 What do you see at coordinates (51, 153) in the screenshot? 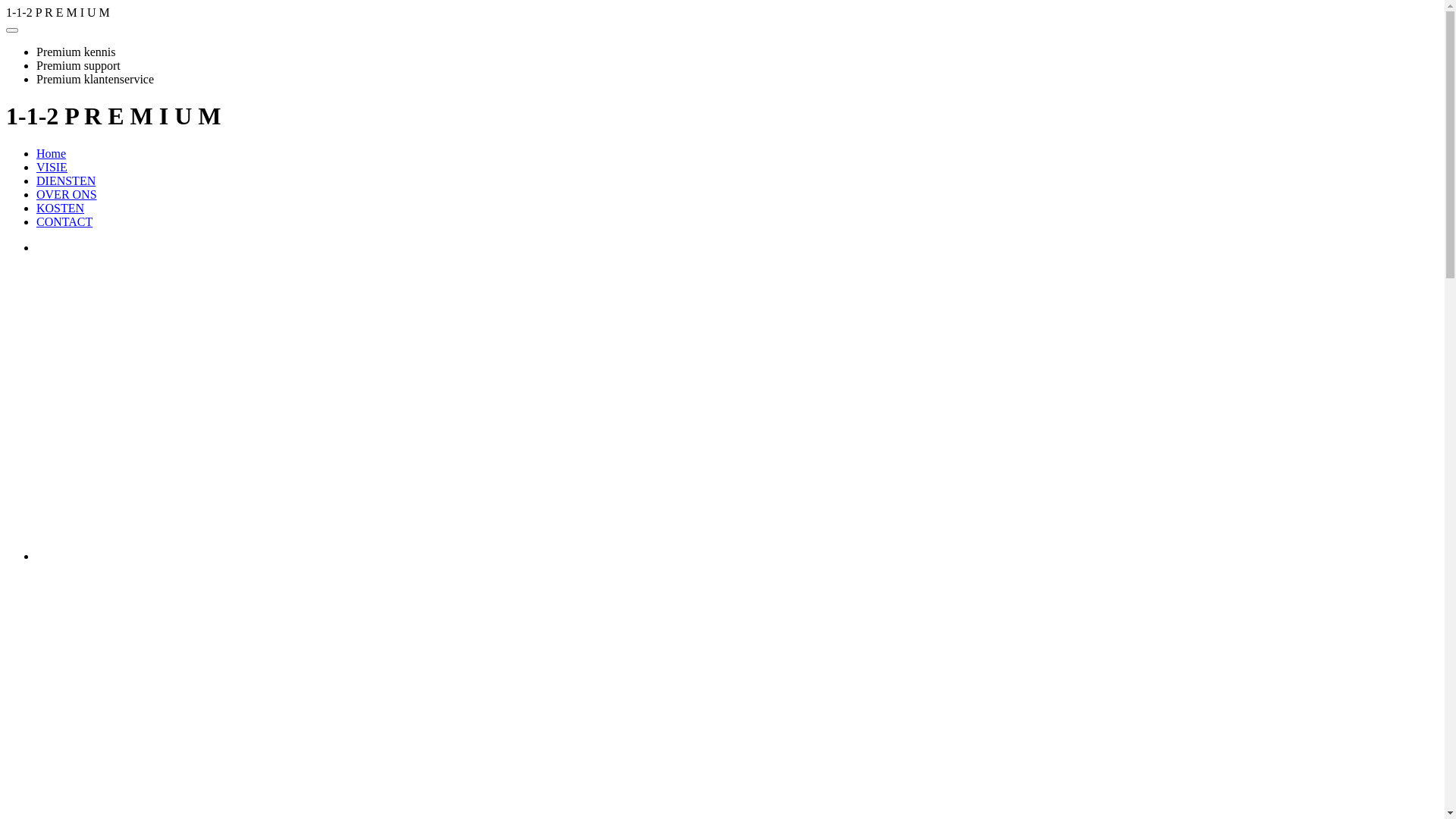
I see `'Home'` at bounding box center [51, 153].